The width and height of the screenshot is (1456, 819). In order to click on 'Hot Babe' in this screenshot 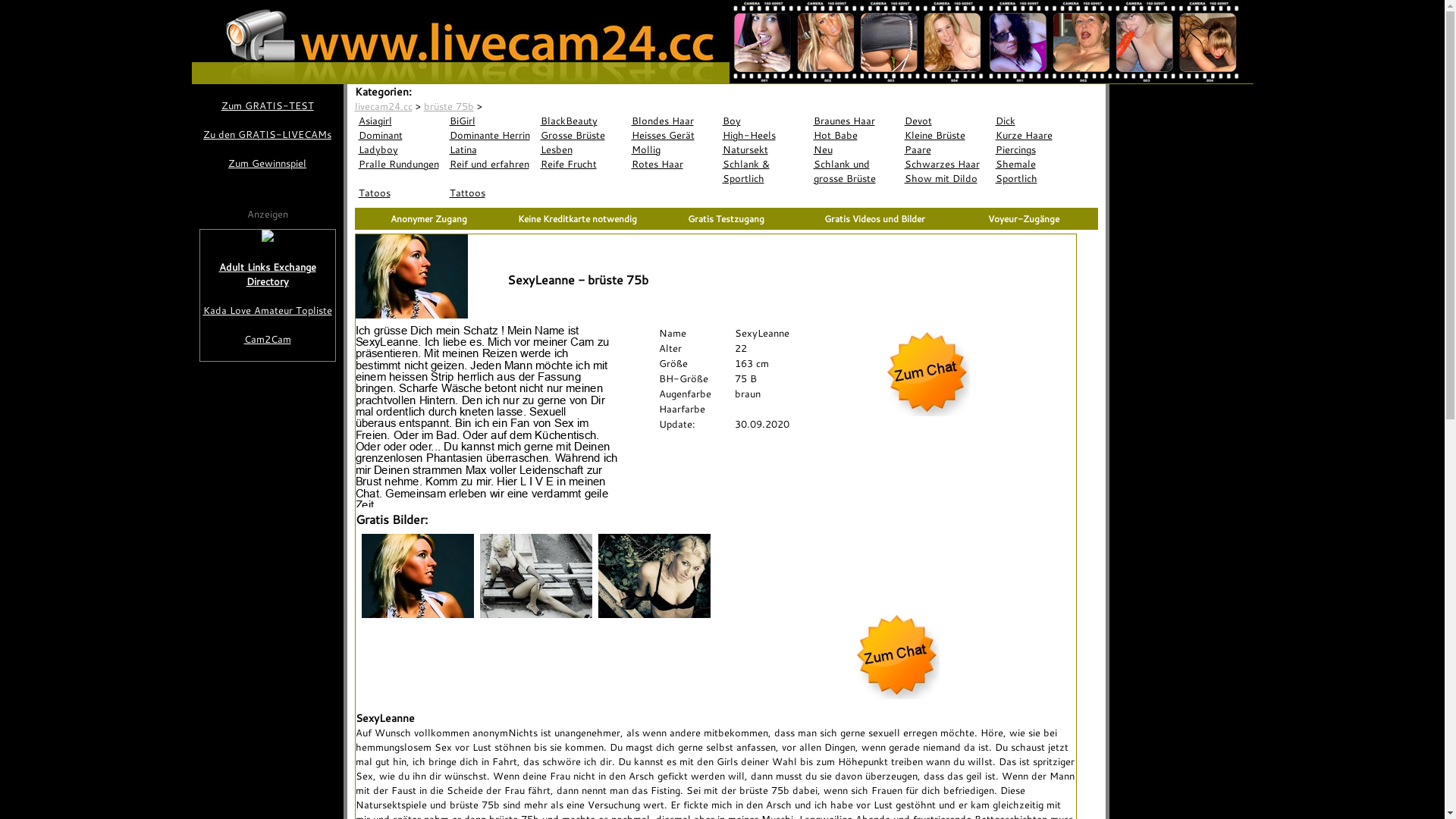, I will do `click(855, 134)`.